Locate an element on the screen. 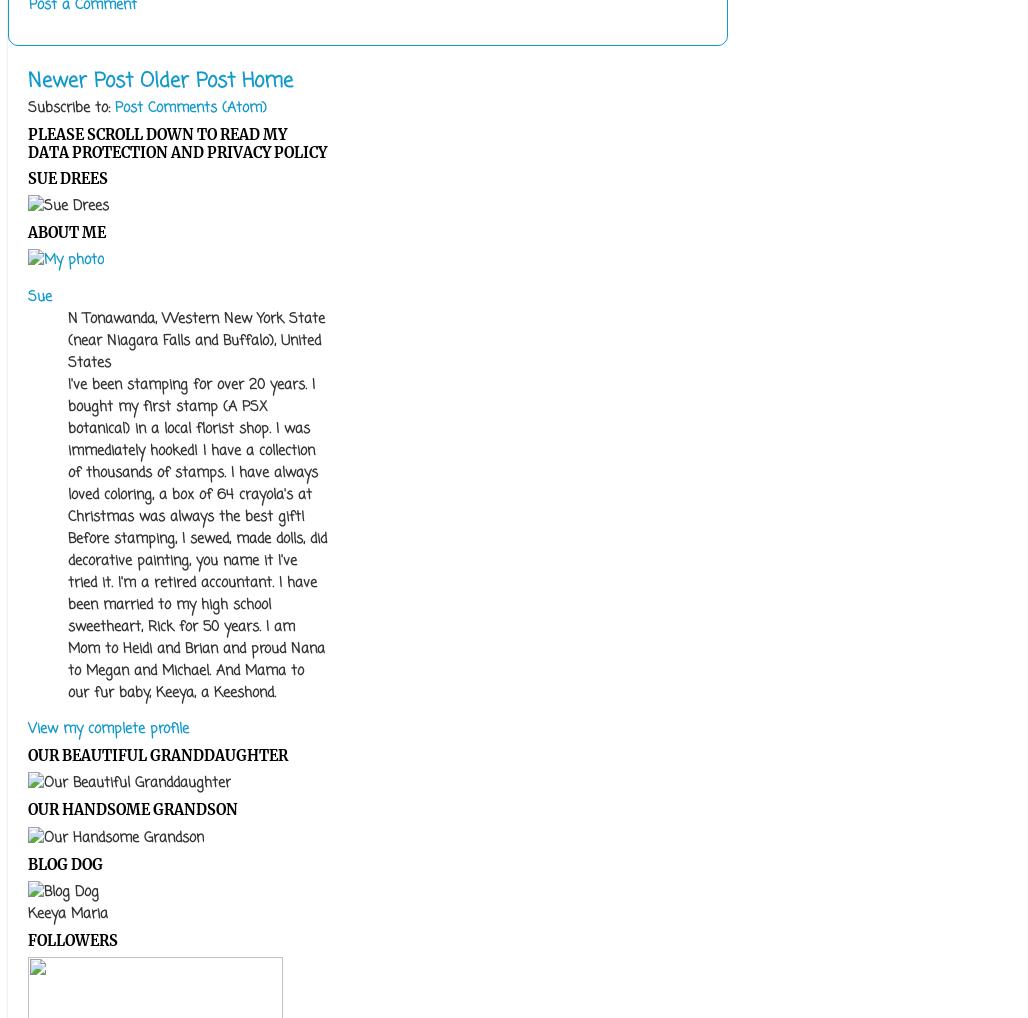 This screenshot has height=1018, width=1028. 'I've been stamping for over 20 years. I bought my first stamp (A PSX botanical) in a local florist shop.
I was immediately hooked!
I have a collection of thousands of stamps. I have always loved coloring, a box of 64 crayola's at Christmas was always the best gift!  Before stamping, I sewed, made dolls, did decorative painting, you name it I've tried it.
I'm a retired accountant.  I have been married to my high school sweetheart, Rick for 50 years.  I am Mom to Heidi and Brian and proud Nana to Megan and Michael. And Mama to our fur baby, Keeya, a Keeshond.' is located at coordinates (196, 537).